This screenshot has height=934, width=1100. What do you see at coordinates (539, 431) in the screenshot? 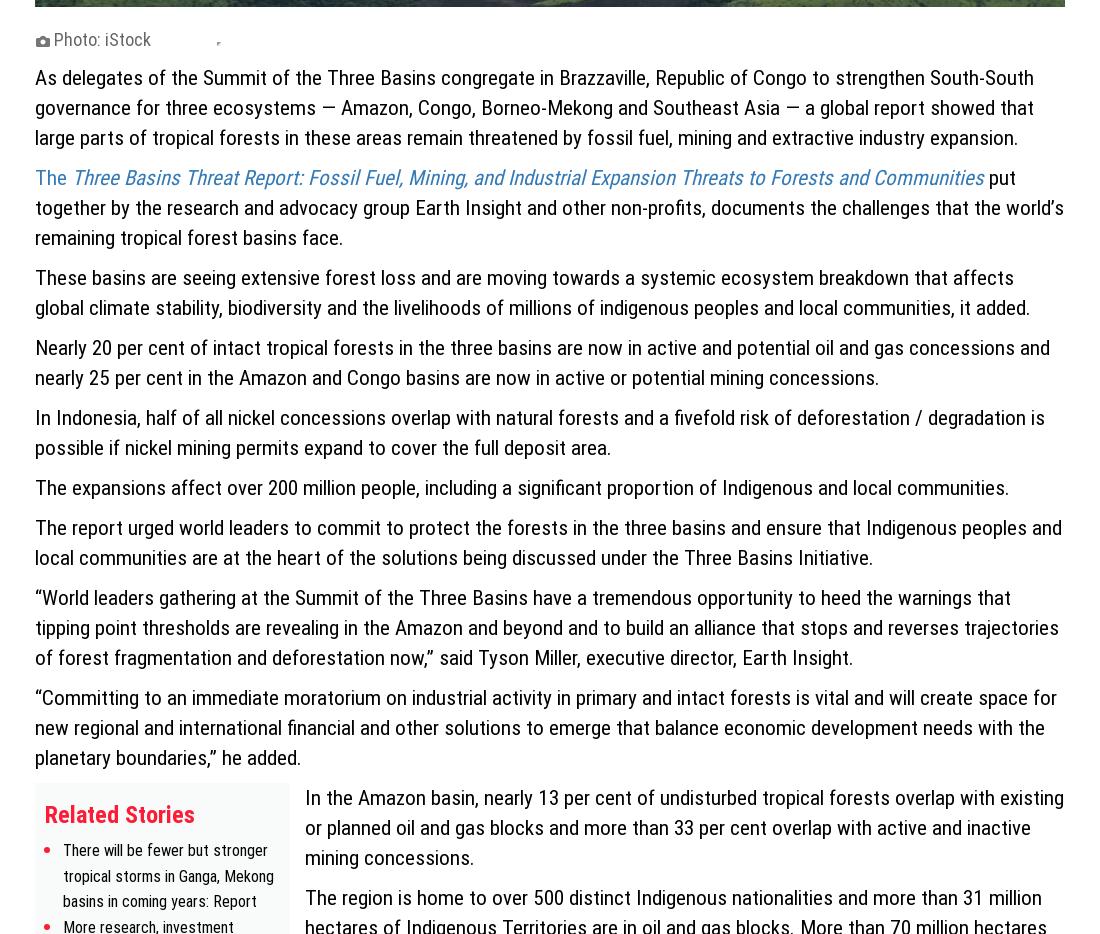
I see `'In Indonesia, half of all nickel concessions overlap with natural forests and a fivefold risk of deforestation / degradation is possible if nickel mining permits expand to cover the full deposit area.'` at bounding box center [539, 431].